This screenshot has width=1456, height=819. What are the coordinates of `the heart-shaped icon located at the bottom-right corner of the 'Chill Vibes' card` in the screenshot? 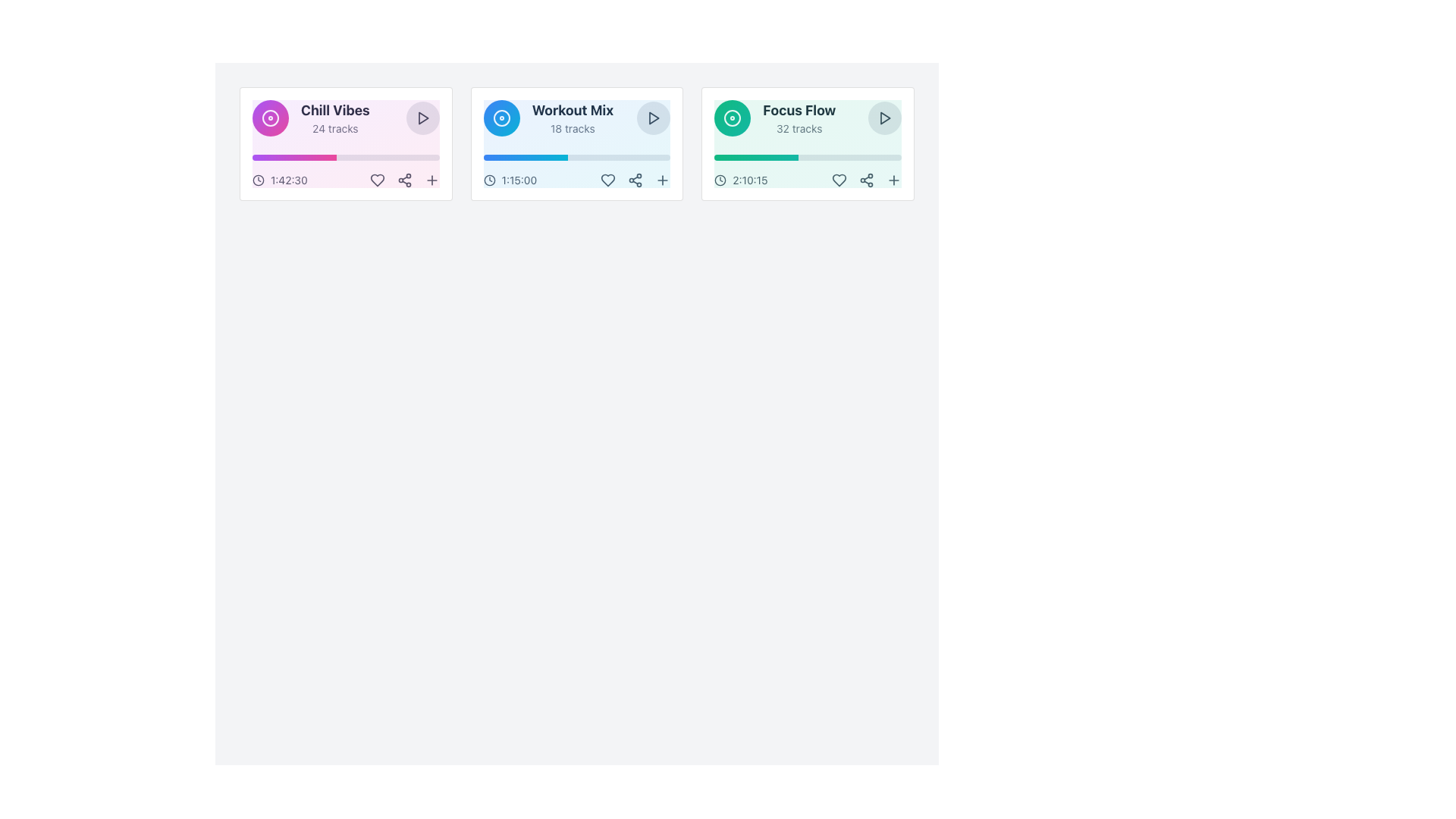 It's located at (377, 180).